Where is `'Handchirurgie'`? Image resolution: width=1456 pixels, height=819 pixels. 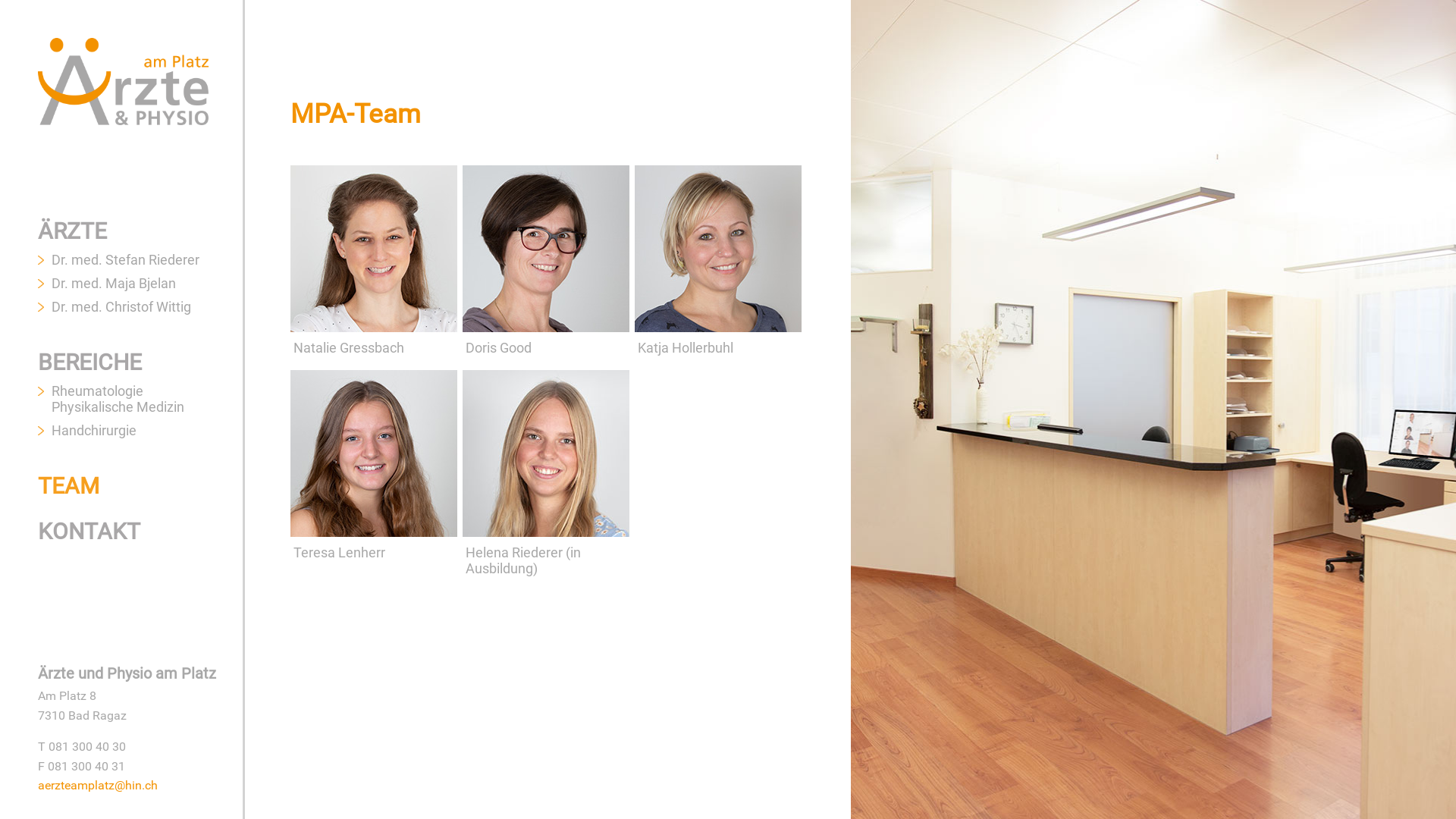 'Handchirurgie' is located at coordinates (93, 430).